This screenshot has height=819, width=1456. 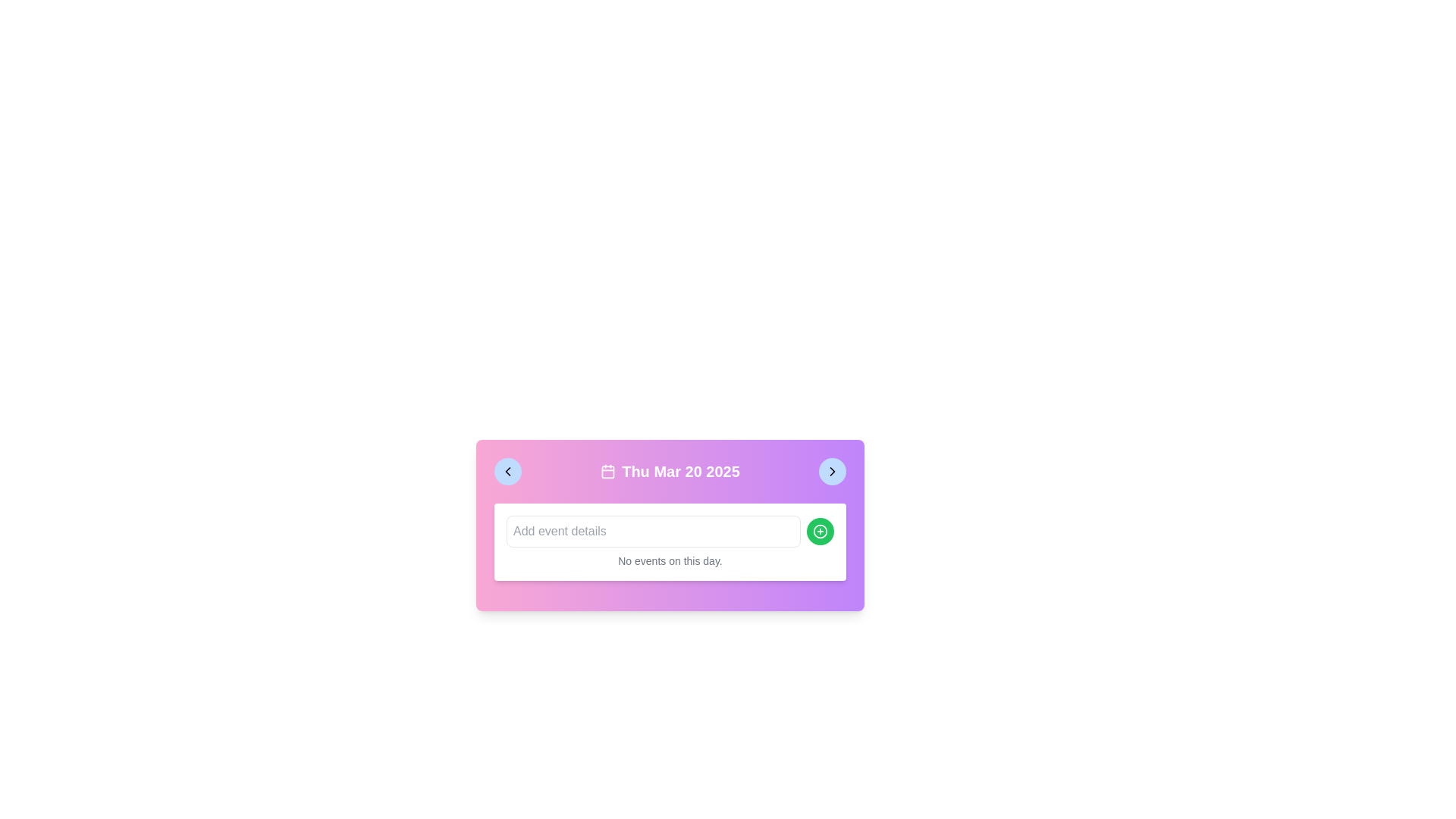 I want to click on the text label that displays the currently selected date, located in the center-top portion of a card-like component, aligned to the right of a calendar icon and between two navigation buttons, so click(x=679, y=470).